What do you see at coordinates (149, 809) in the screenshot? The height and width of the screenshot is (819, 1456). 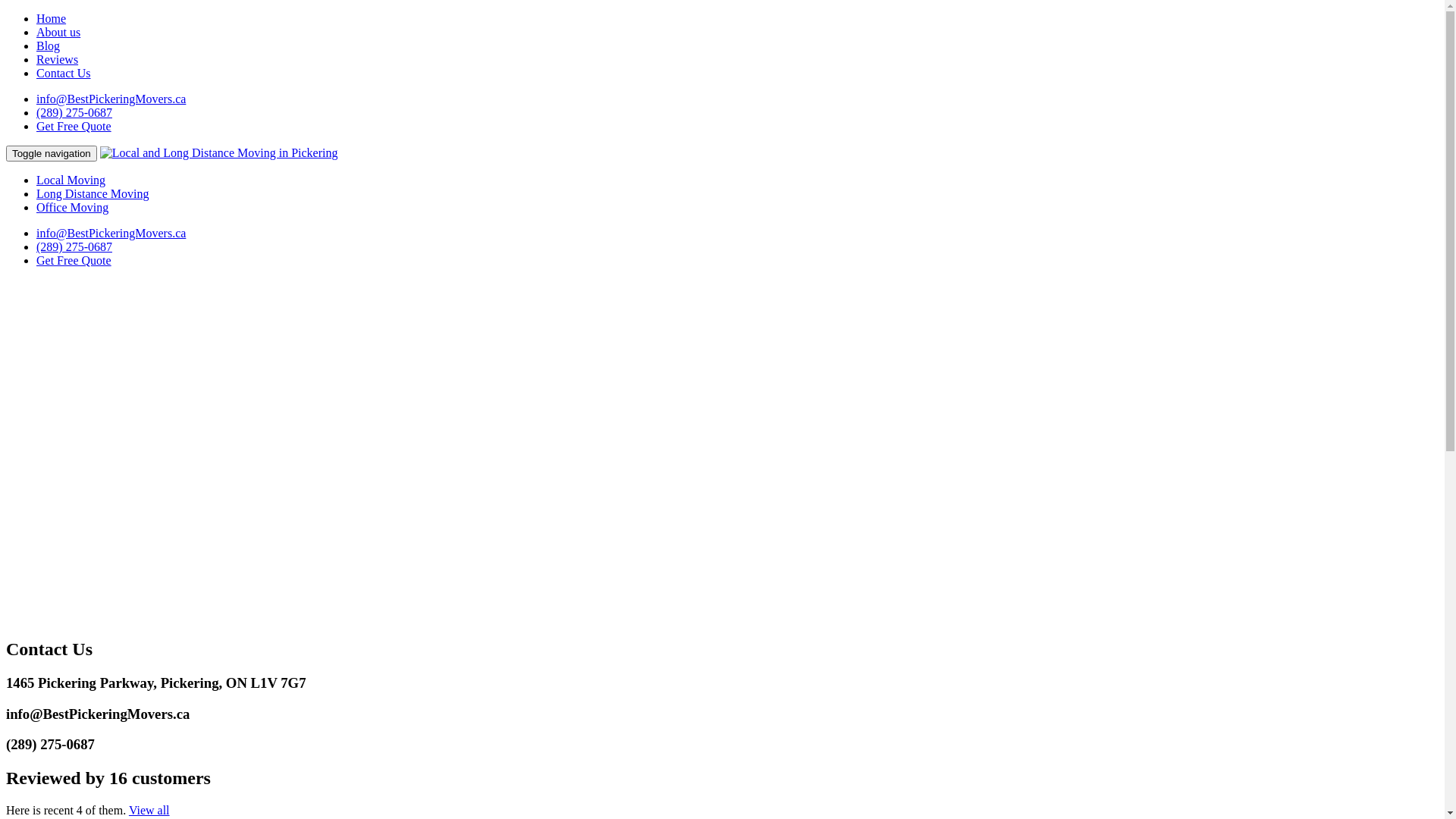 I see `'View all'` at bounding box center [149, 809].